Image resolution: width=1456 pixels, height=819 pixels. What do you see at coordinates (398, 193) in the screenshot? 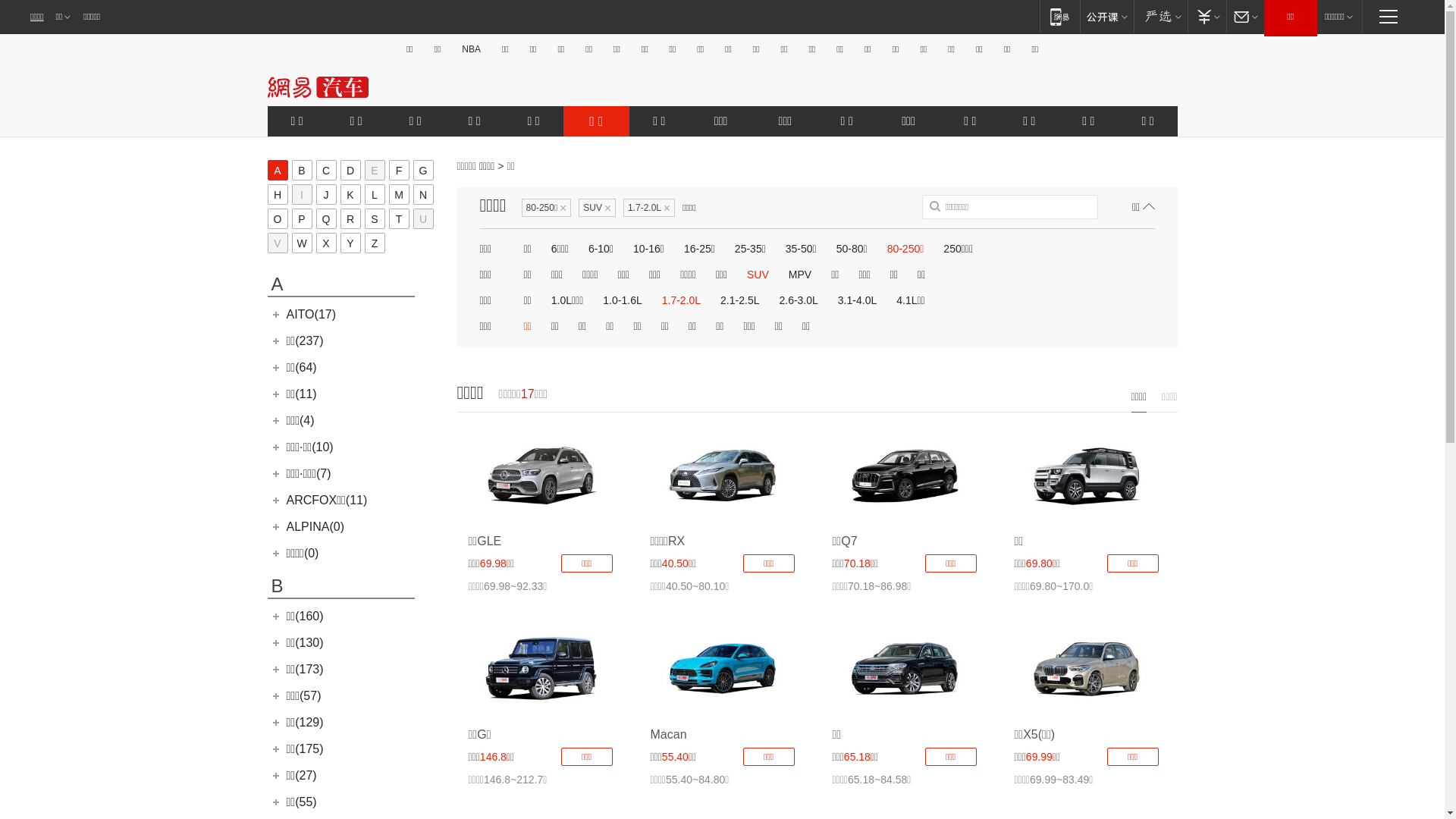
I see `'M'` at bounding box center [398, 193].